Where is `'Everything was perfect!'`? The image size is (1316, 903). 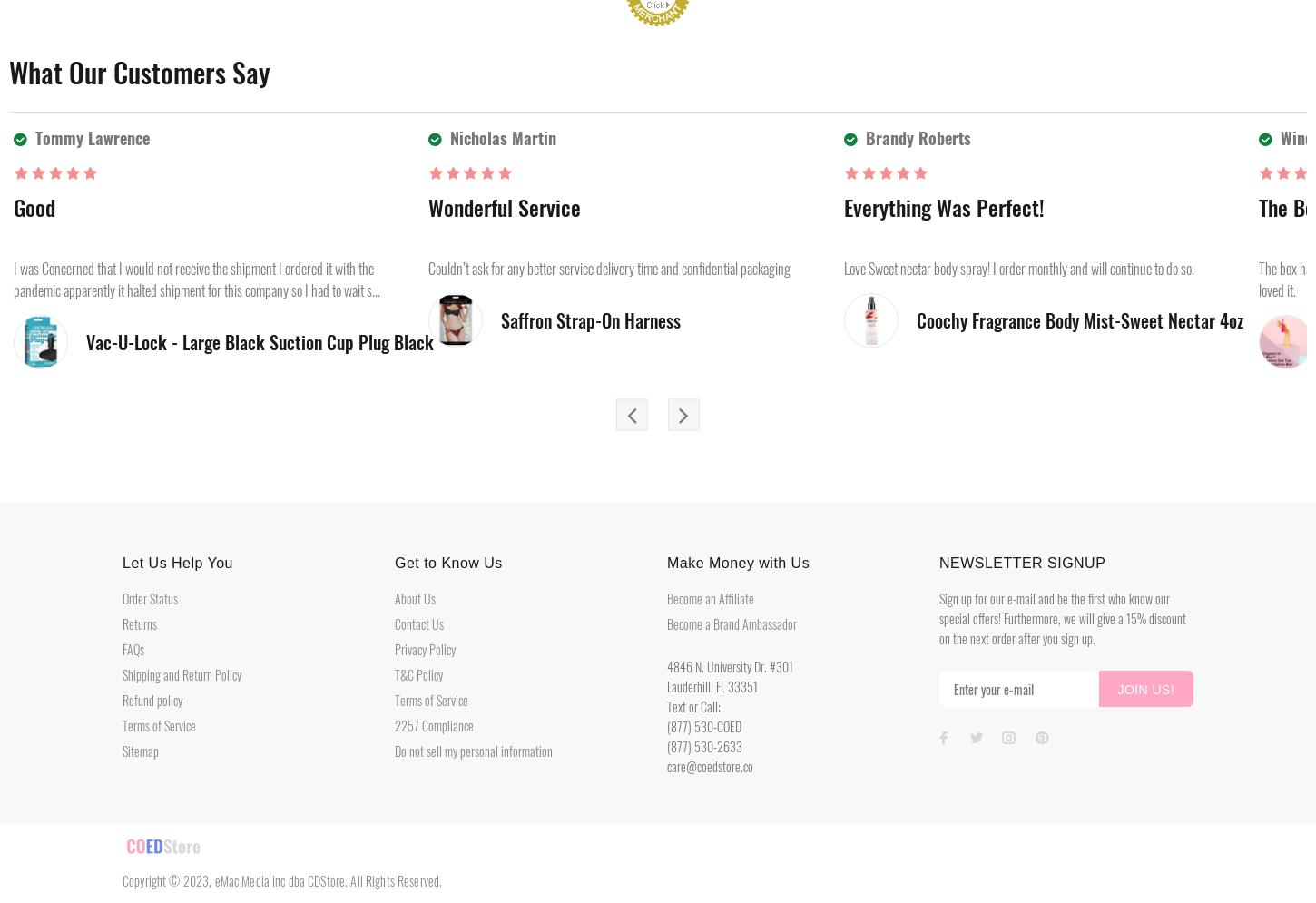
'Everything was perfect!' is located at coordinates (943, 205).